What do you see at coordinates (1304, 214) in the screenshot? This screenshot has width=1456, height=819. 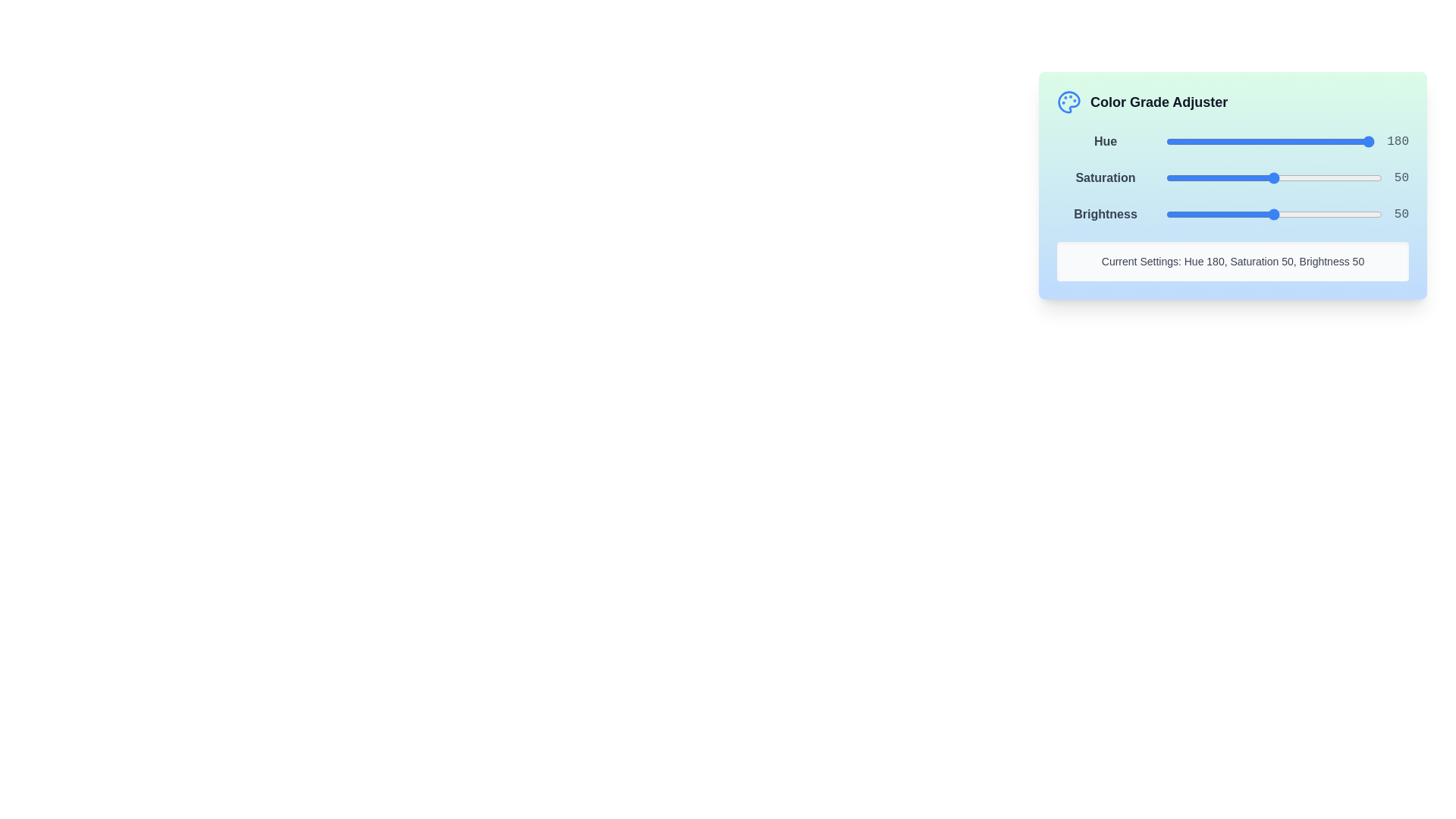 I see `the brightness slider to set the brightness to 64%` at bounding box center [1304, 214].